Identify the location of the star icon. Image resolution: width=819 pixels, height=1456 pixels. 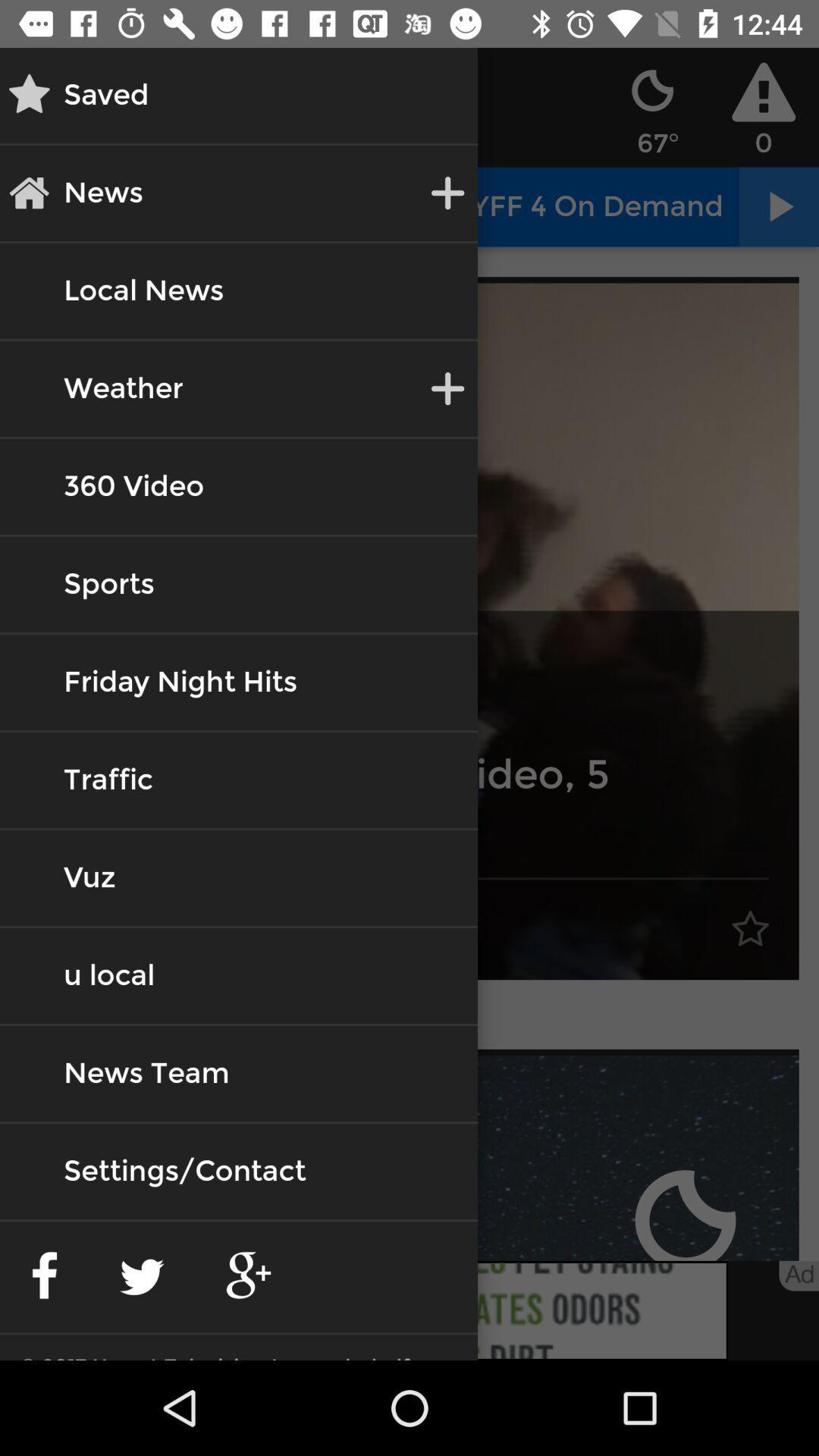
(55, 102).